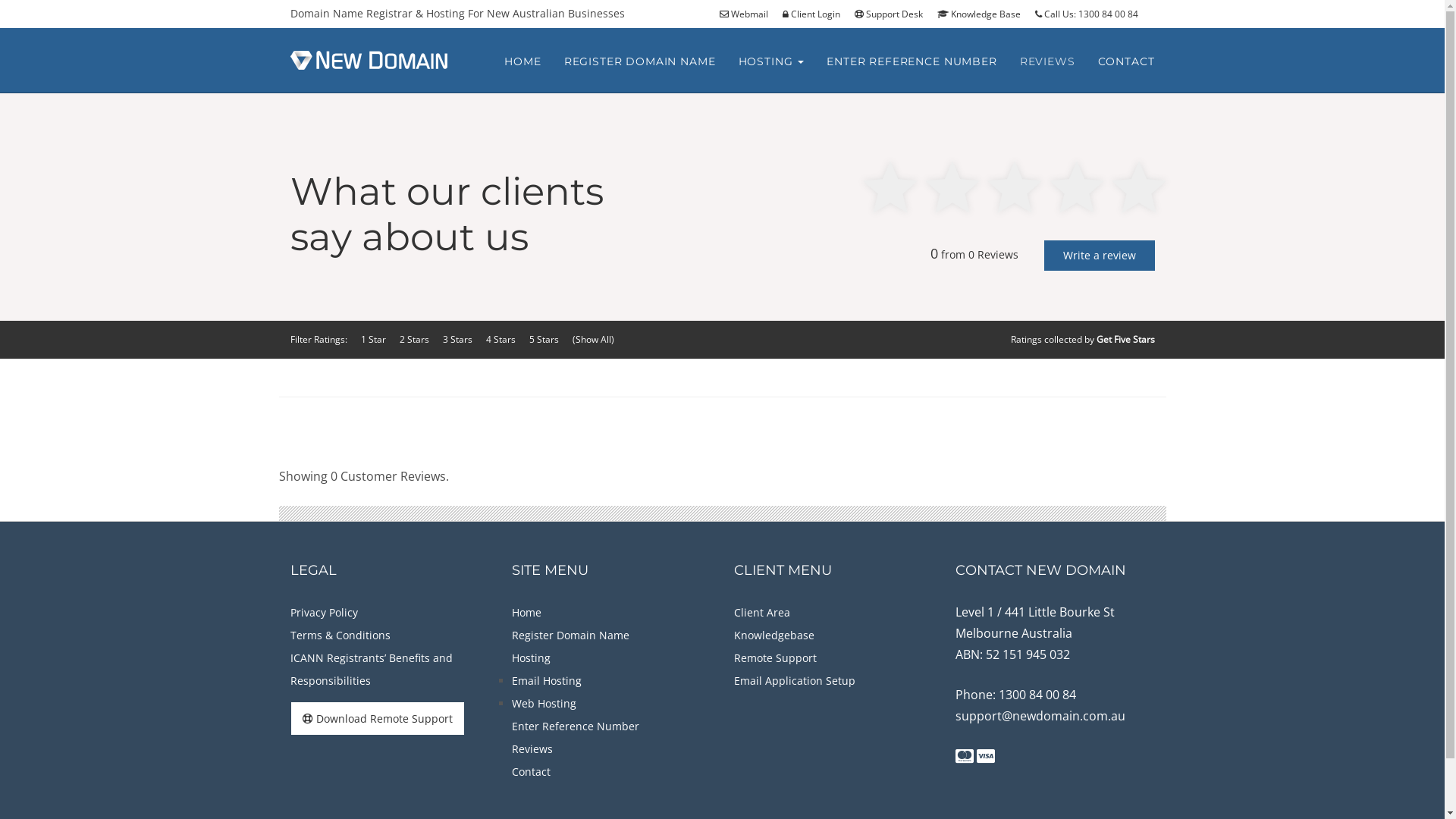  What do you see at coordinates (1090, 14) in the screenshot?
I see `'Call Us: 1300 84 00 84'` at bounding box center [1090, 14].